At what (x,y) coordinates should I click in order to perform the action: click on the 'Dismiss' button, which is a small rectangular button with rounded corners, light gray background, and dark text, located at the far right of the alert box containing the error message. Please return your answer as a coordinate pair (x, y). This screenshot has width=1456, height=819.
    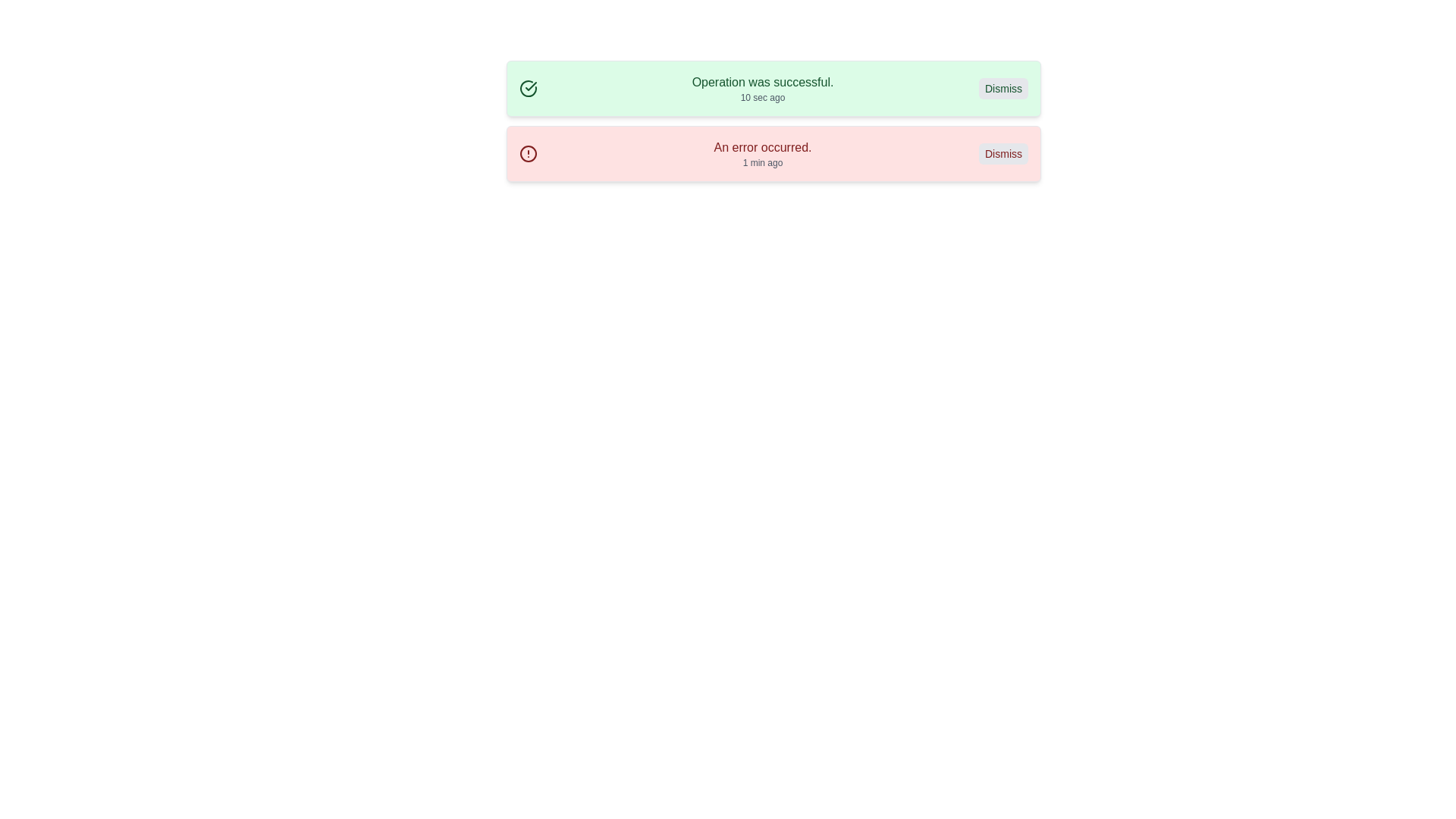
    Looking at the image, I should click on (1003, 154).